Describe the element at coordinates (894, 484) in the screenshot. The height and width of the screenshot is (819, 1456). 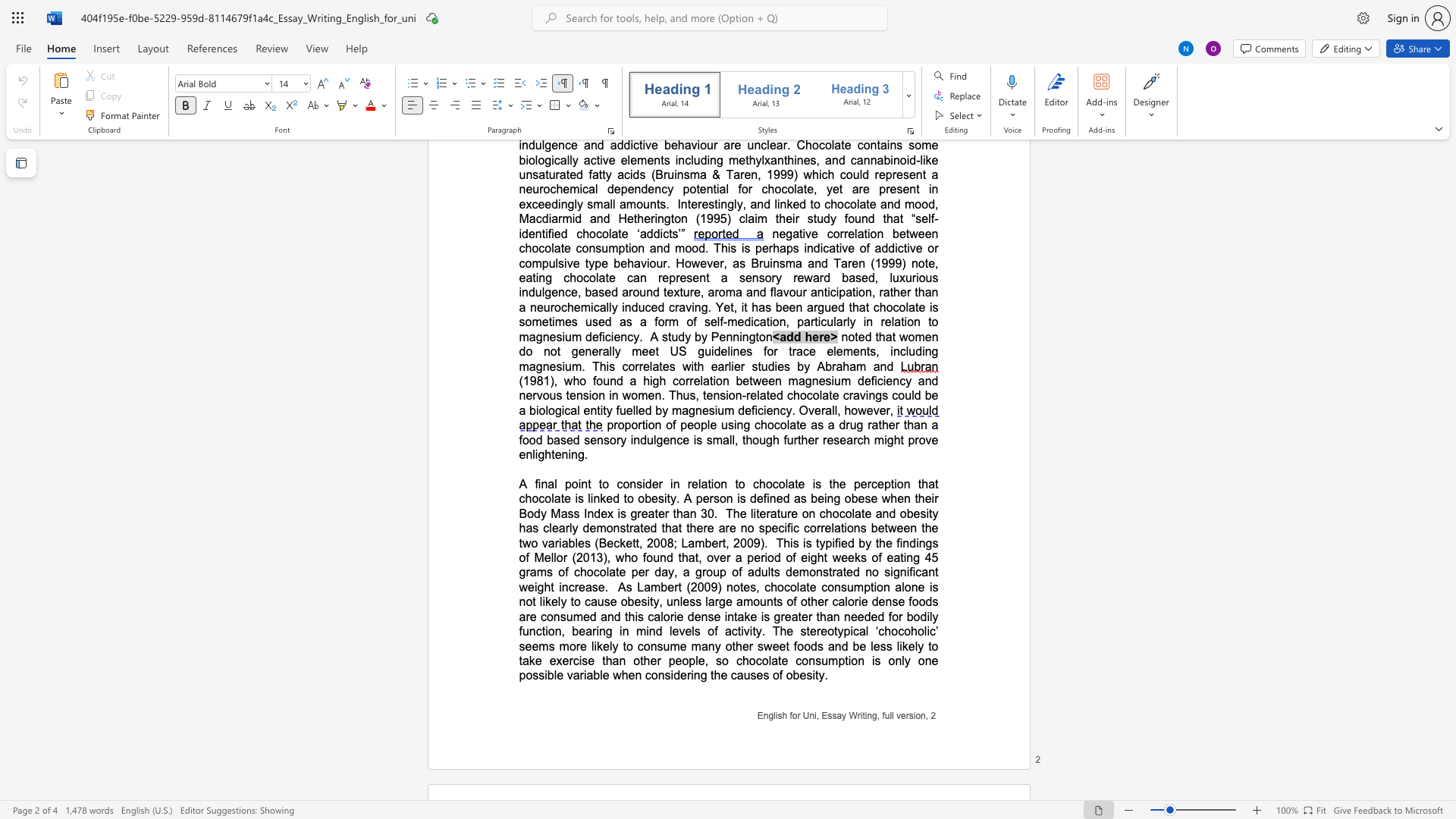
I see `the subset text "io" within the text "perception"` at that location.